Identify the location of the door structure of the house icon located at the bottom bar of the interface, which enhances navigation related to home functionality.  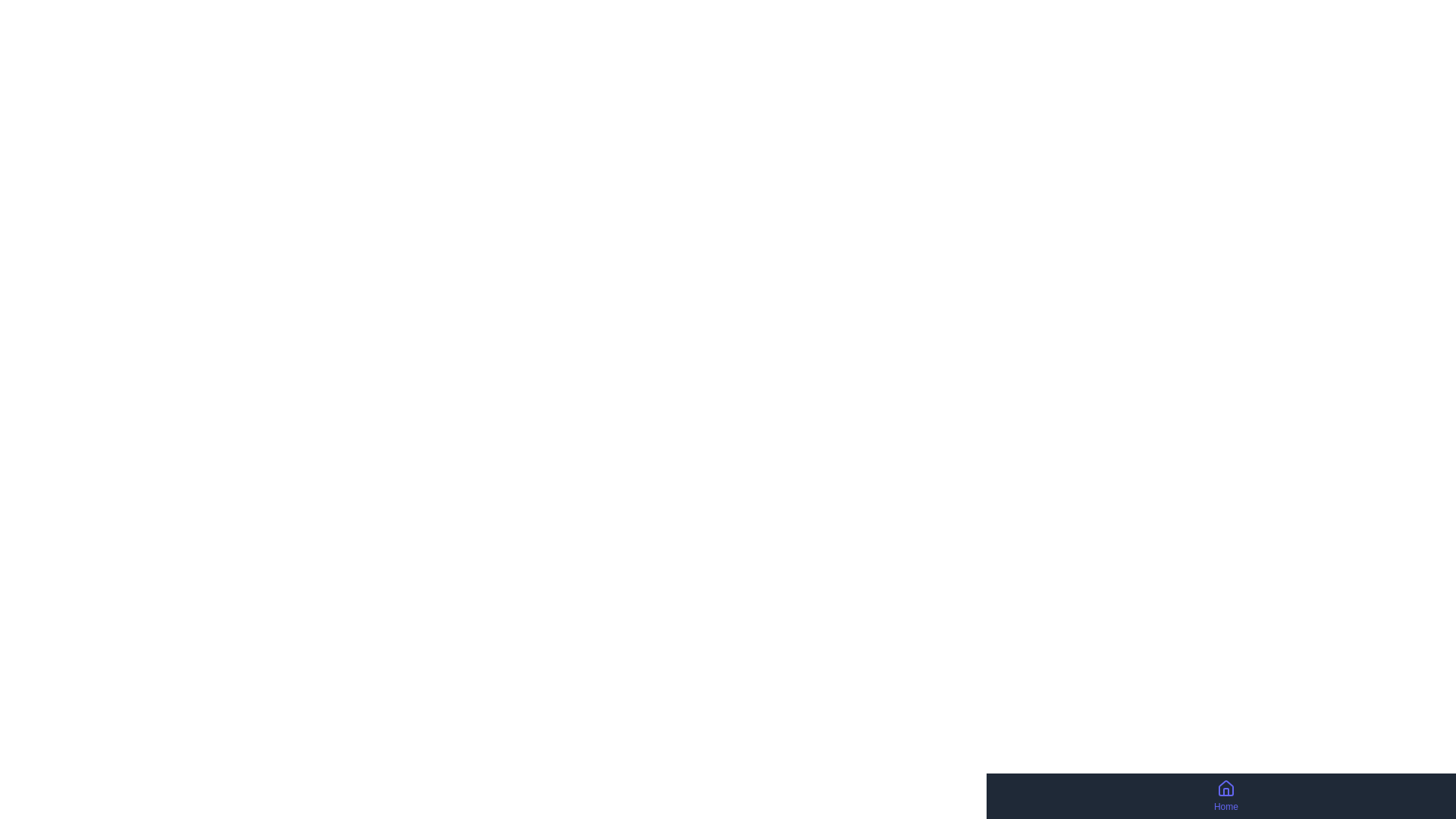
(1225, 791).